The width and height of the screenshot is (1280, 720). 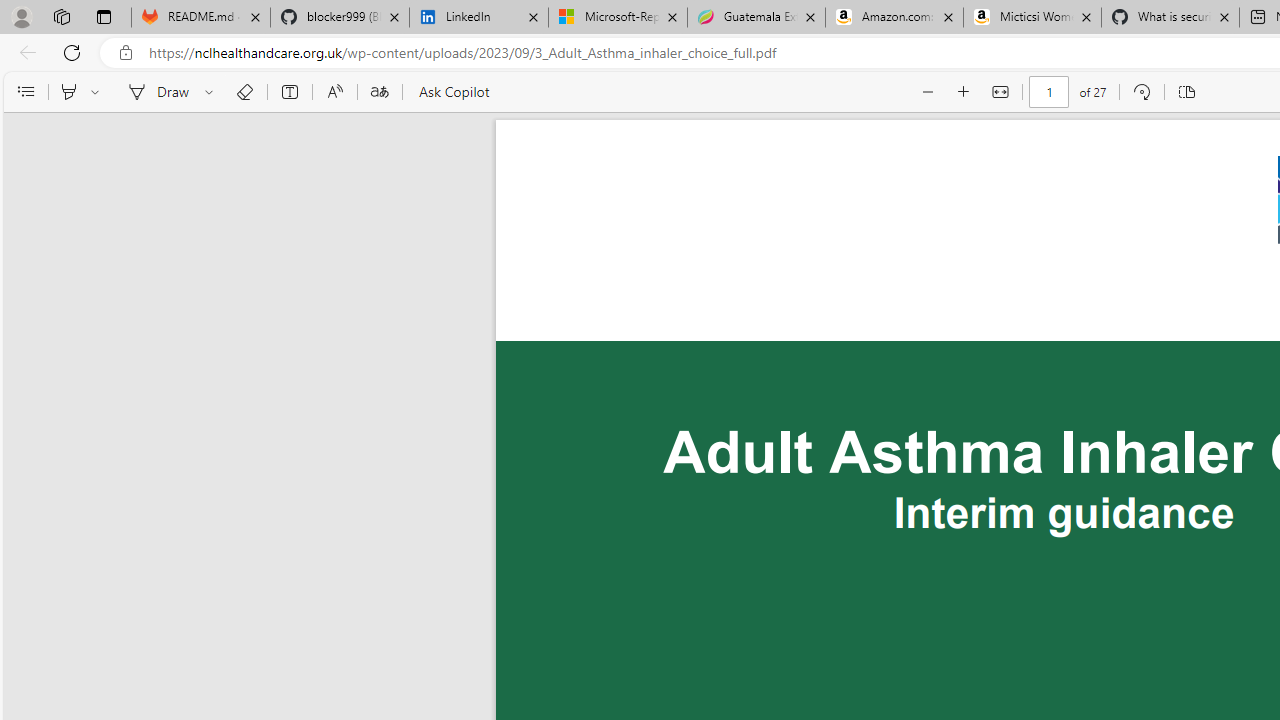 What do you see at coordinates (1048, 92) in the screenshot?
I see `'Page number'` at bounding box center [1048, 92].